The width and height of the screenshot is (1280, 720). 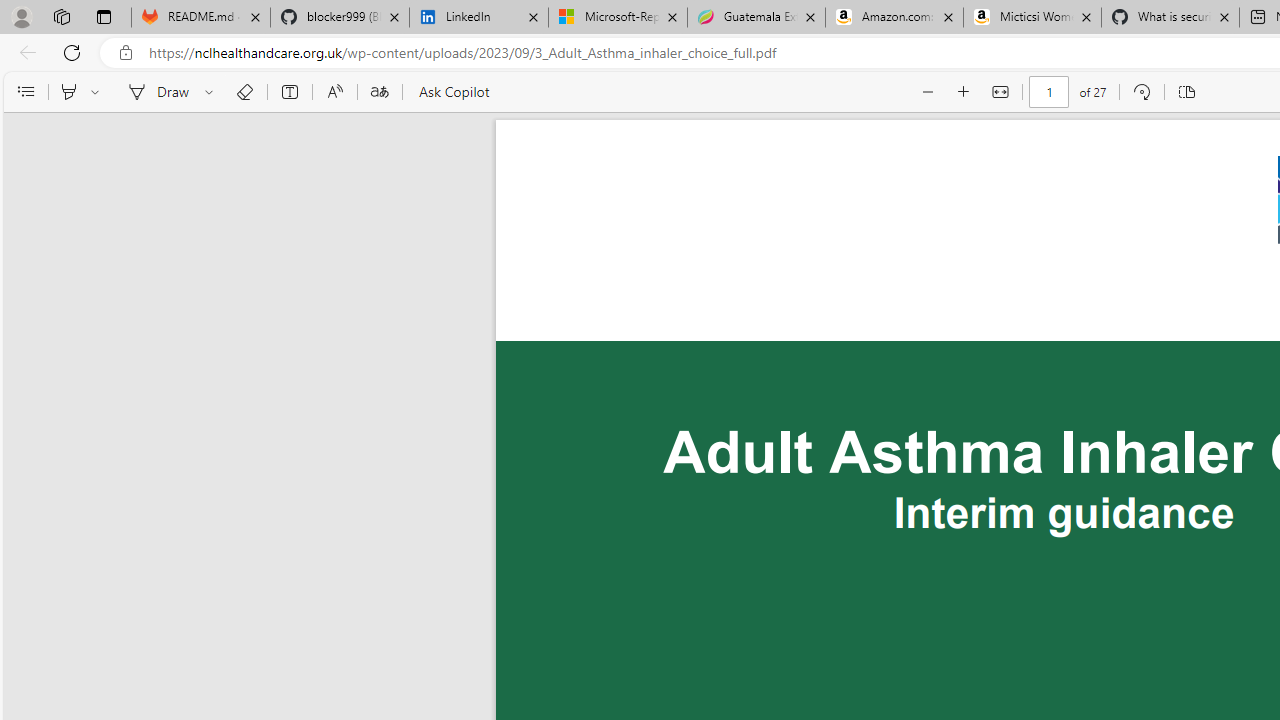 What do you see at coordinates (1048, 92) in the screenshot?
I see `'Page number'` at bounding box center [1048, 92].